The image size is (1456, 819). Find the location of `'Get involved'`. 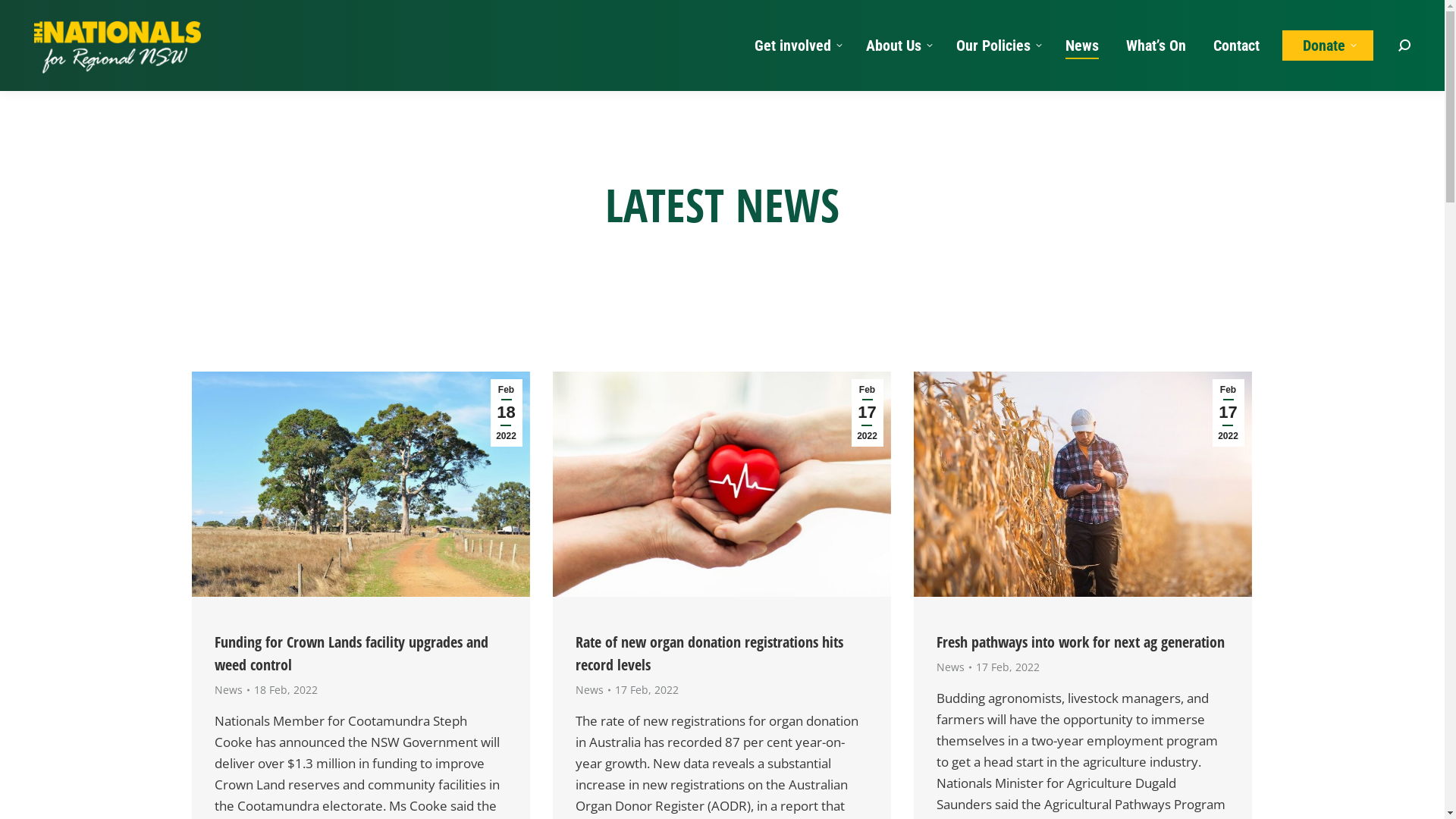

'Get involved' is located at coordinates (795, 45).